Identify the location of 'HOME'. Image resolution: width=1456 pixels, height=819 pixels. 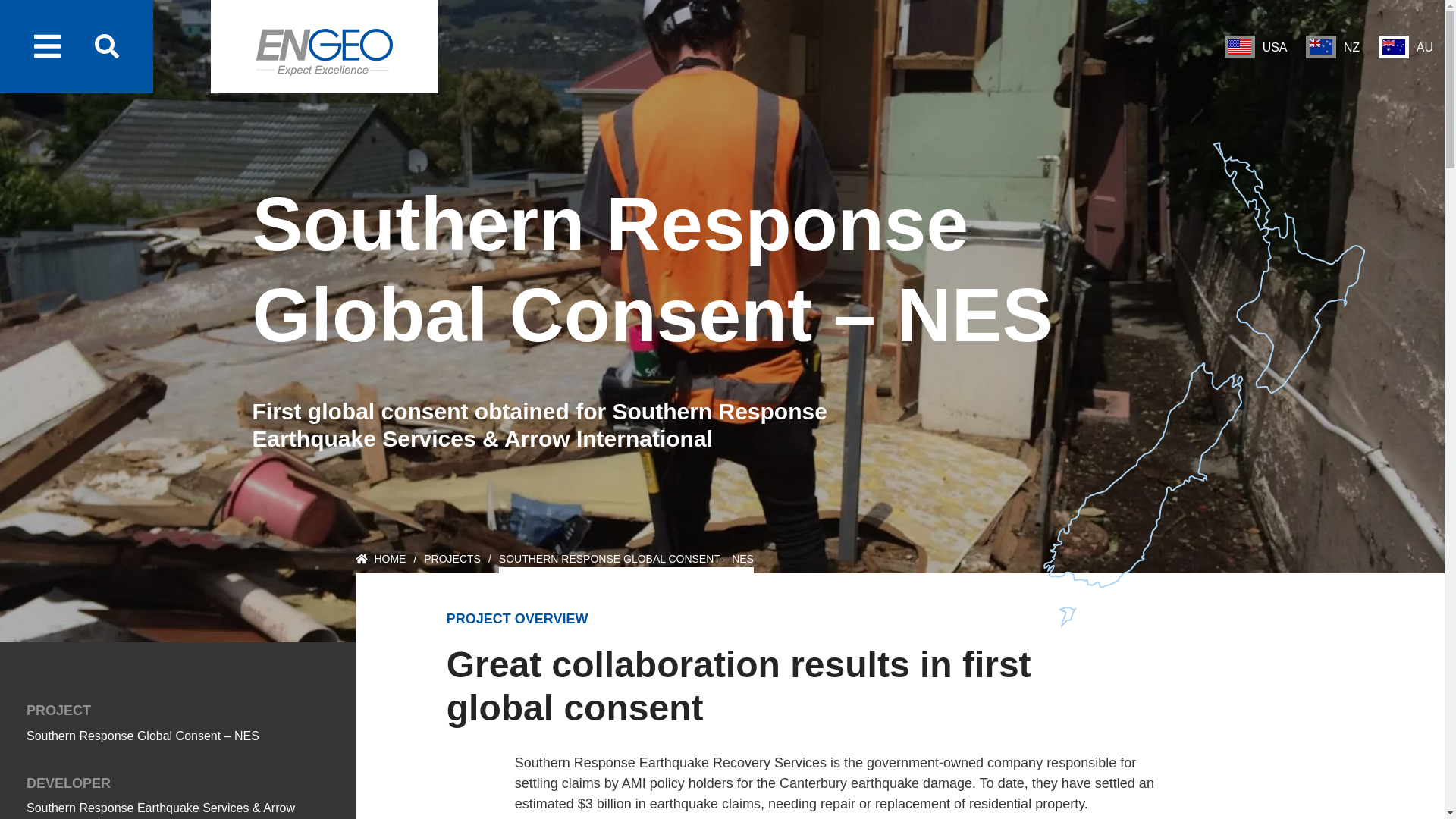
(381, 562).